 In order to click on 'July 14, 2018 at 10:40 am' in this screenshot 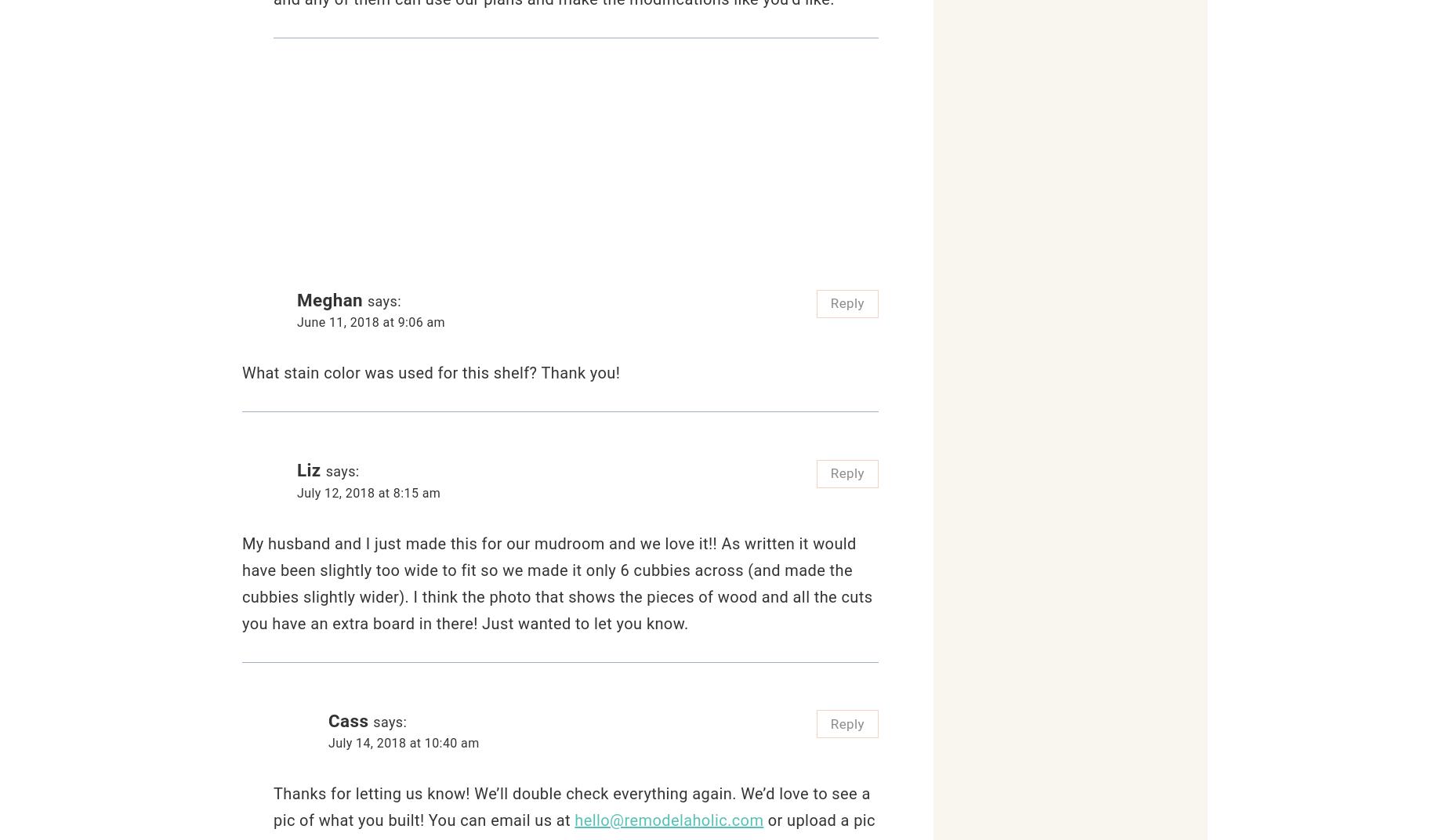, I will do `click(404, 741)`.